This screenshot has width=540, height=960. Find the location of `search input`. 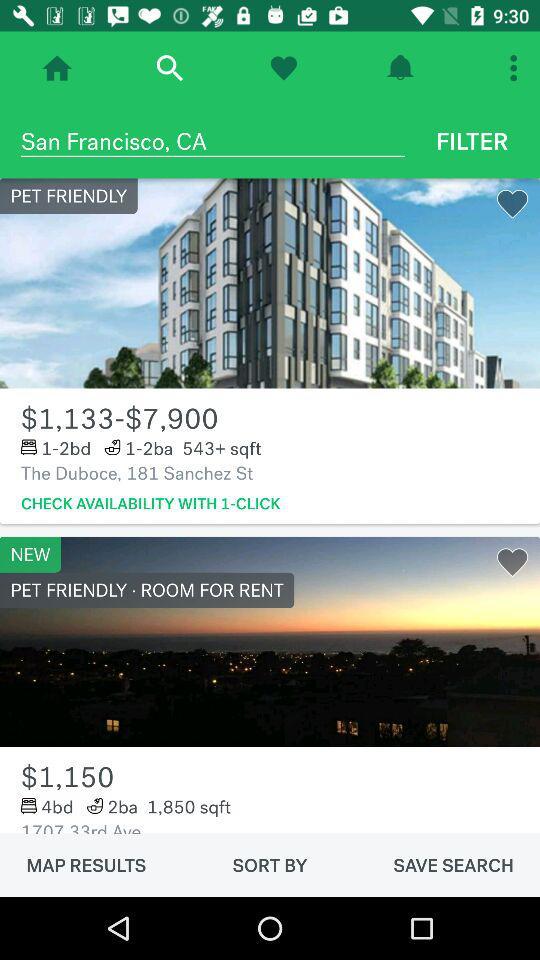

search input is located at coordinates (168, 68).